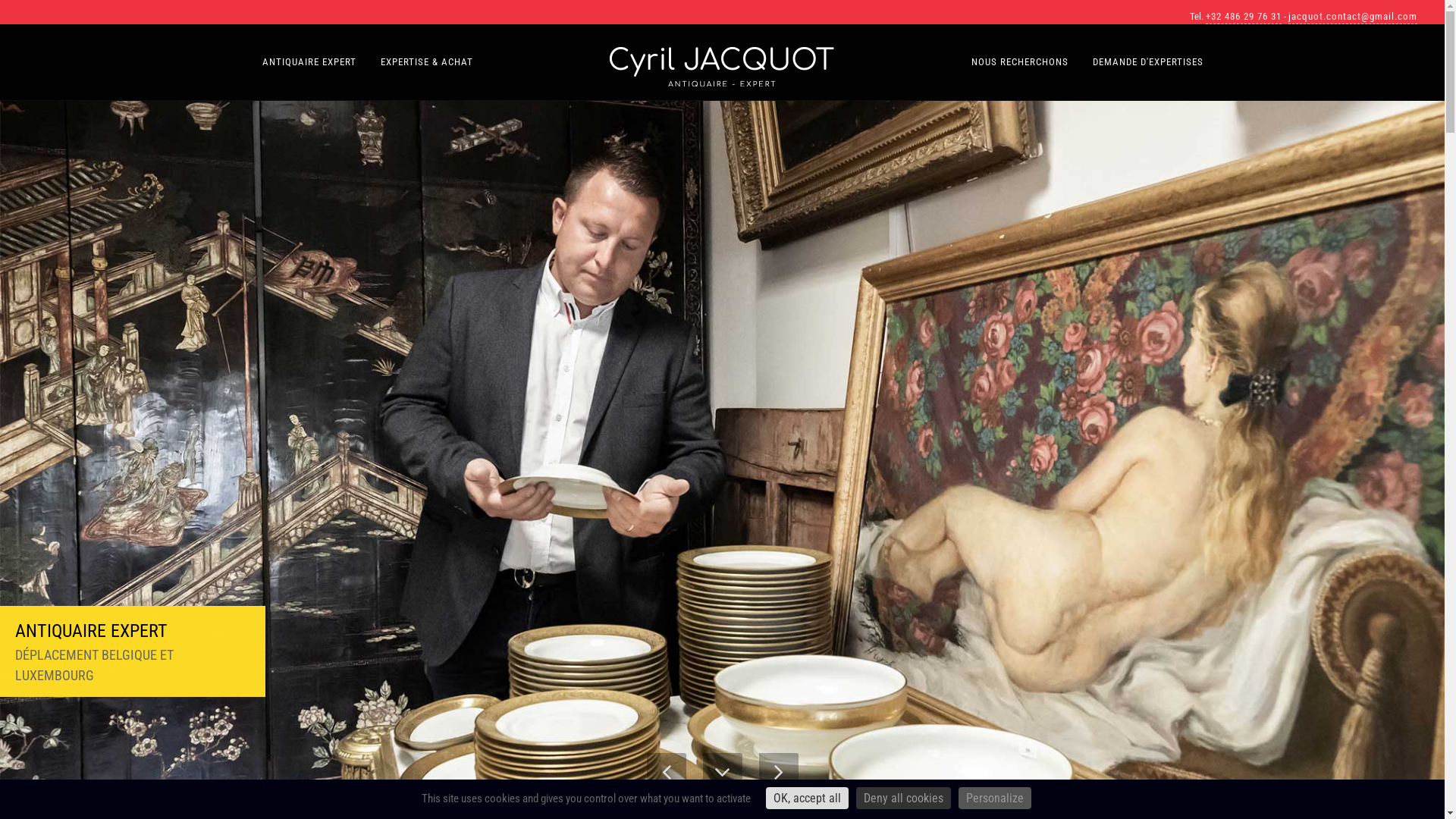 The image size is (1456, 819). I want to click on 'DEMANDE D'EXPERTISES', so click(1147, 61).